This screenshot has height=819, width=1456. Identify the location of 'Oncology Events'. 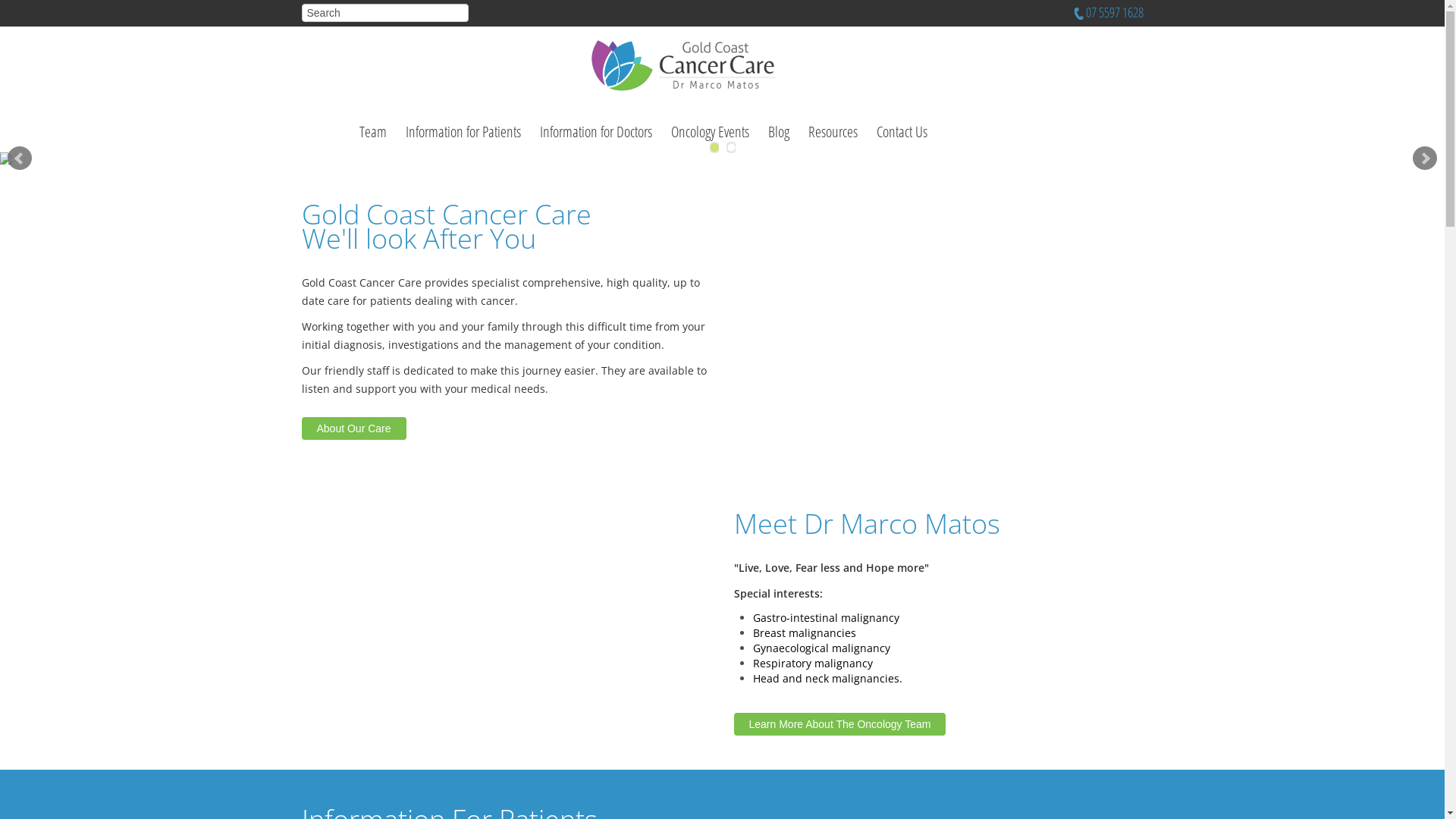
(708, 130).